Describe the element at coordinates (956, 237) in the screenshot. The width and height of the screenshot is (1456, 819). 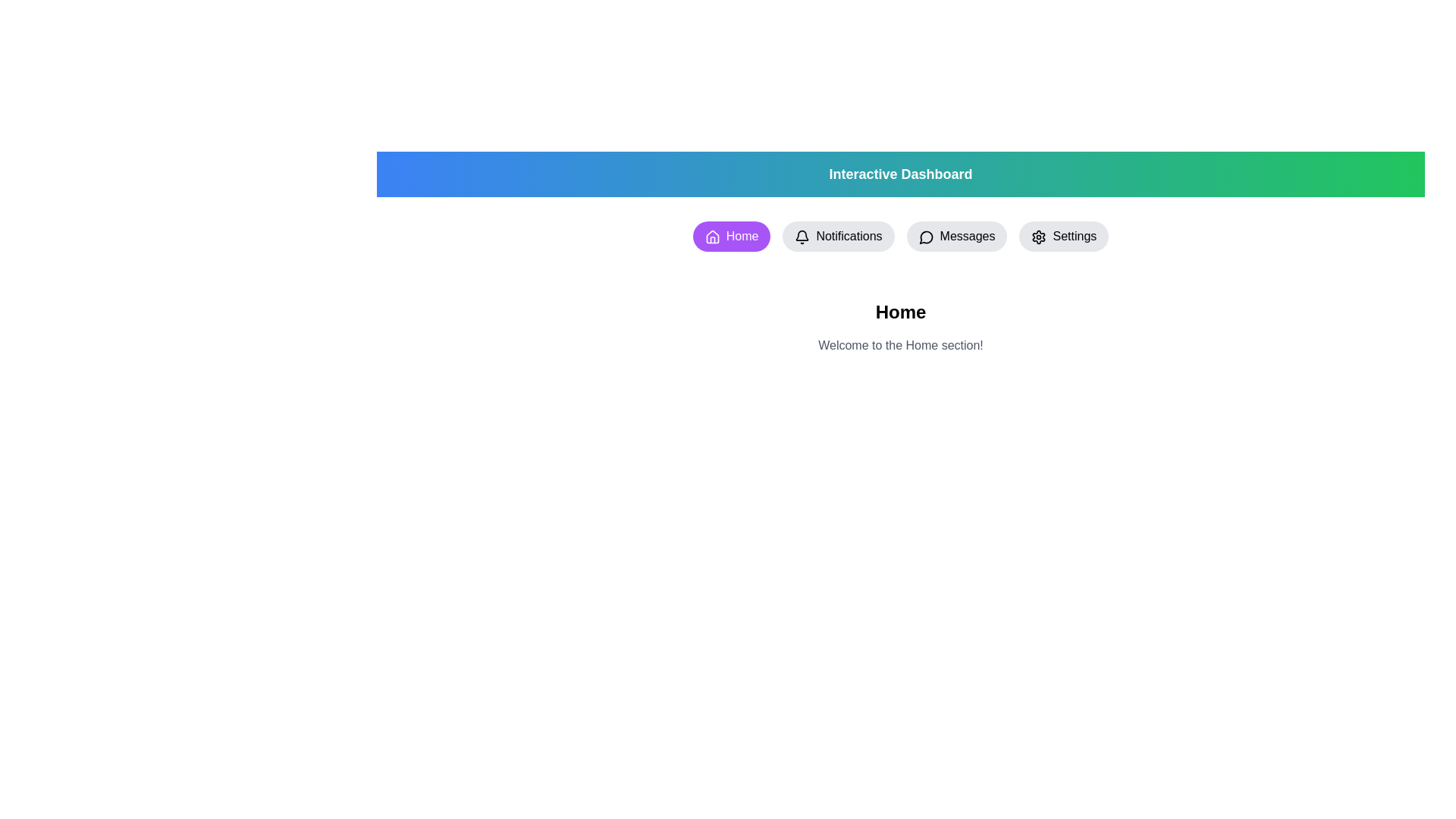
I see `the tab labeled Messages to view its content` at that location.